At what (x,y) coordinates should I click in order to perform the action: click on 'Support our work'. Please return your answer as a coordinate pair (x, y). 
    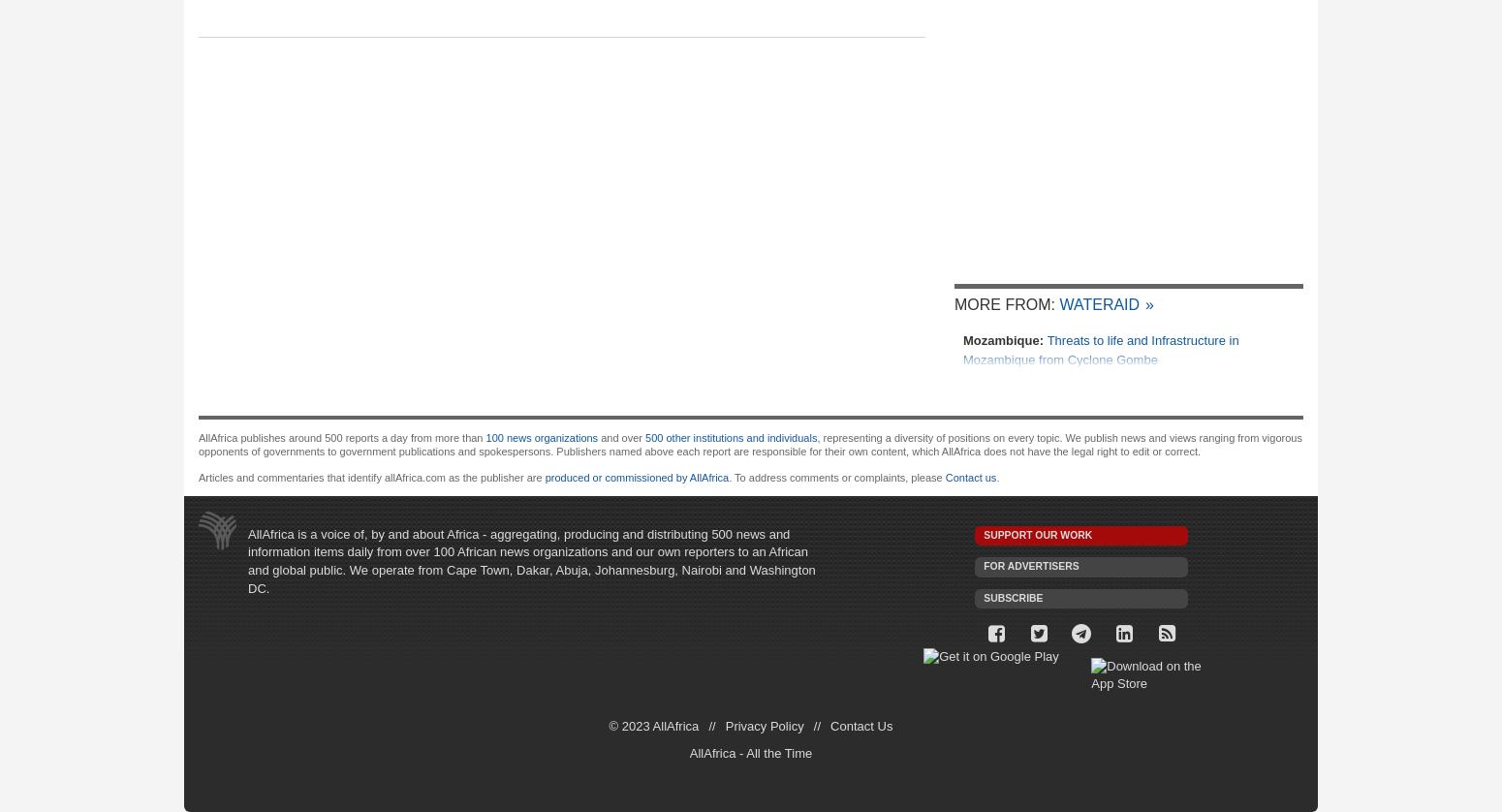
    Looking at the image, I should click on (1038, 534).